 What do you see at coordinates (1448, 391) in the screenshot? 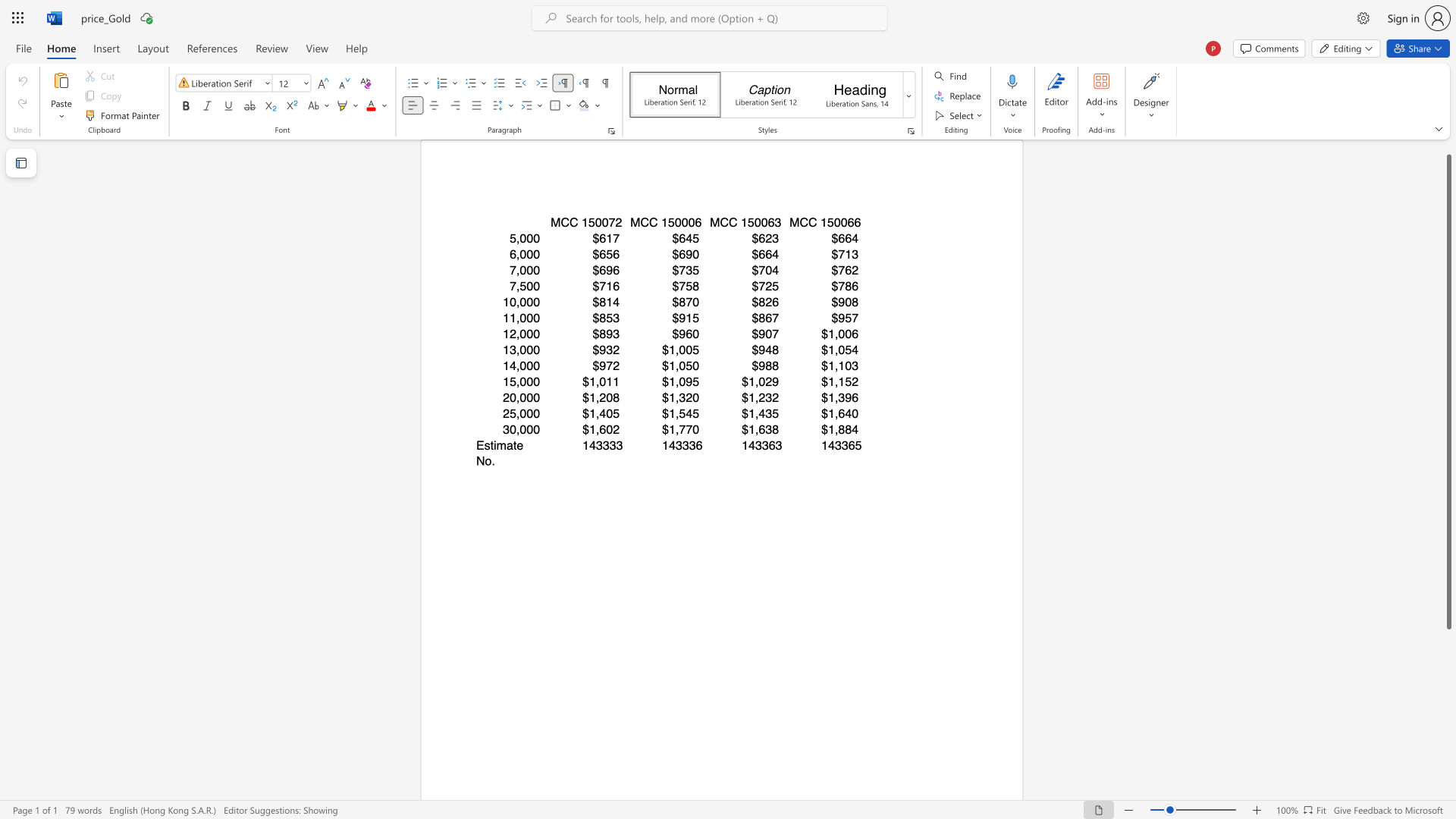
I see `the scrollbar and move up 10 pixels` at bounding box center [1448, 391].